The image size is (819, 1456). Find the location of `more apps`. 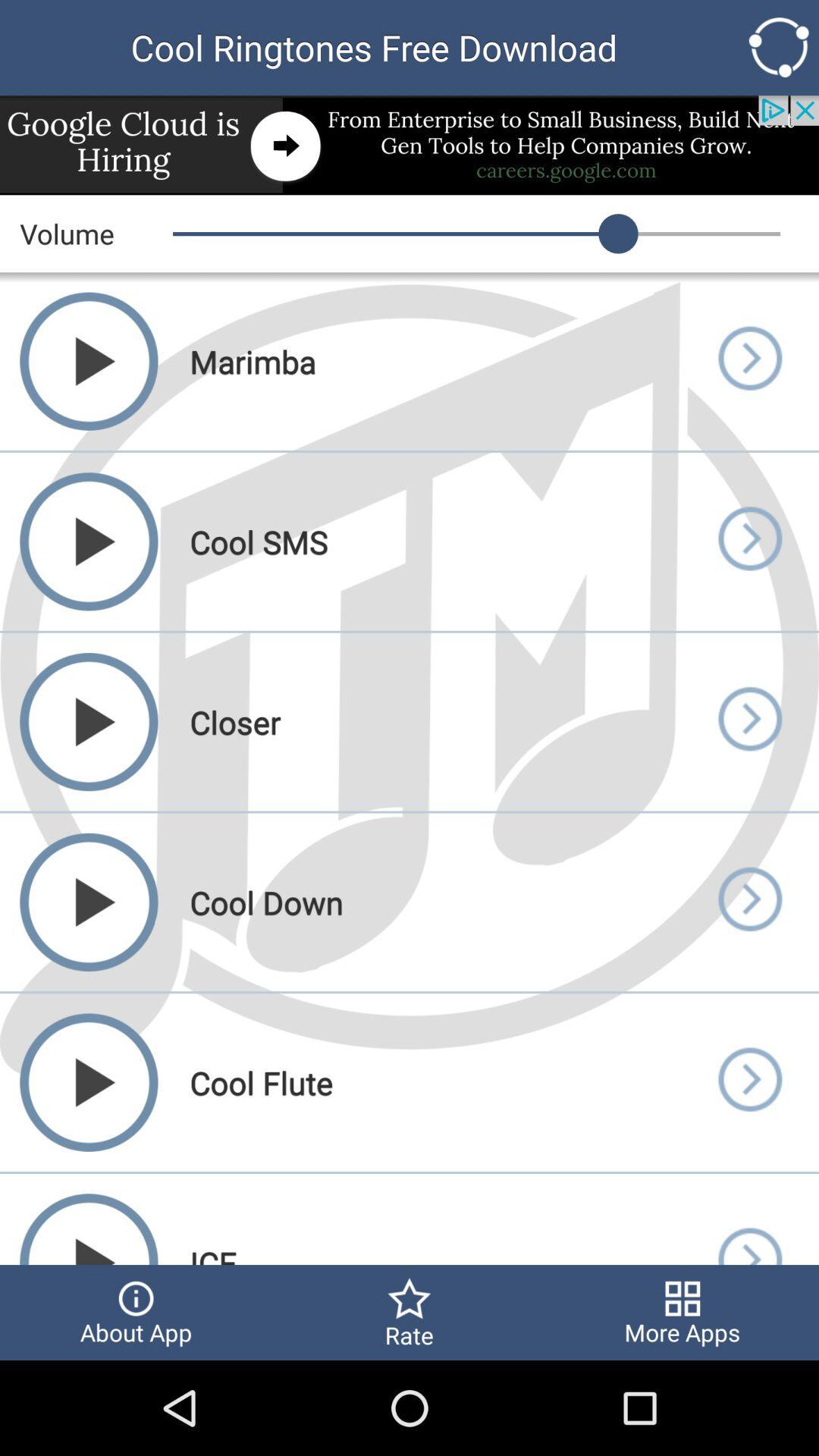

more apps is located at coordinates (681, 1313).